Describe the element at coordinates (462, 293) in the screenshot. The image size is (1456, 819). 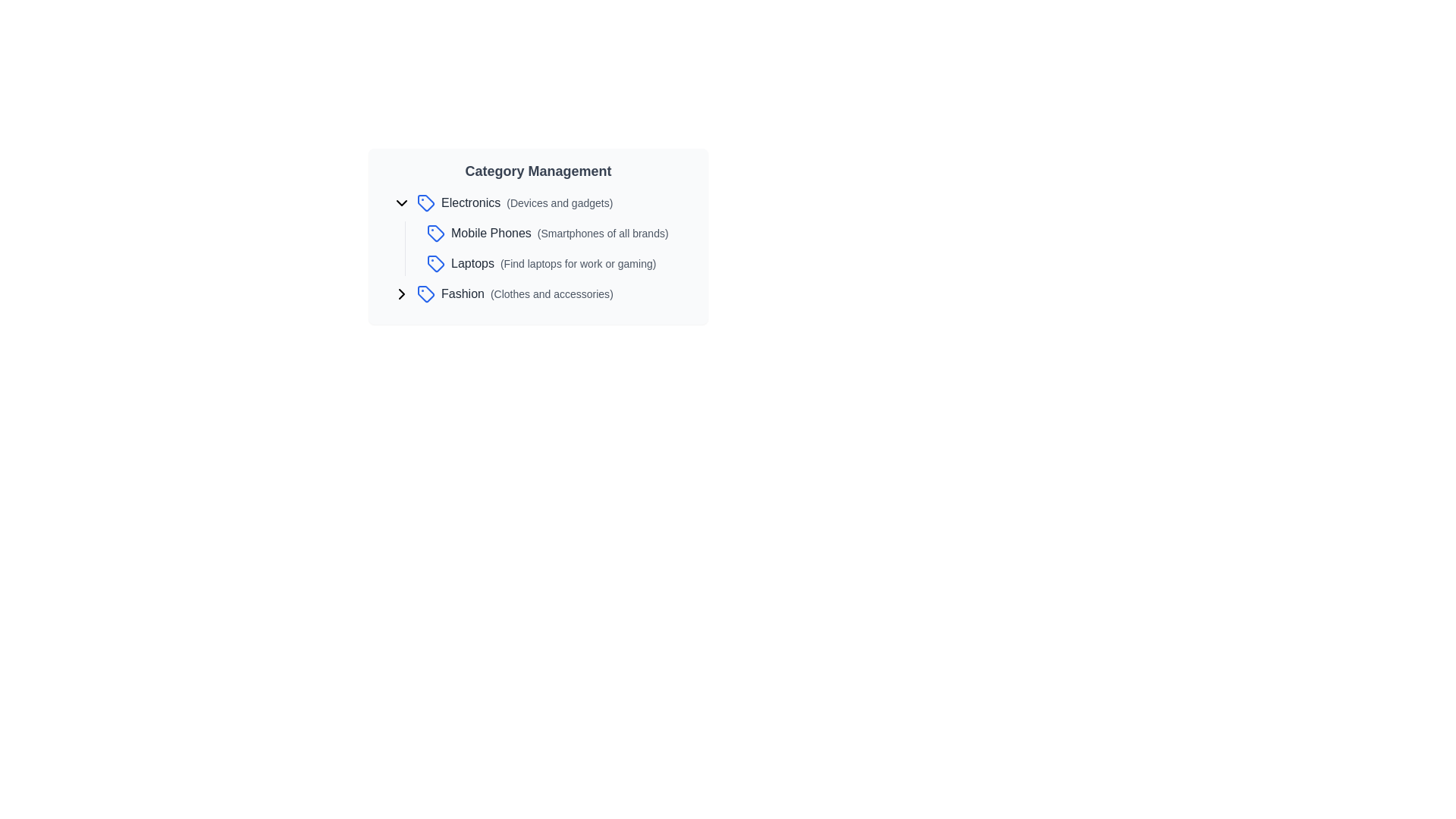
I see `the 'Fashion' category label, which serves as an indicator for the current category within a list of categories` at that location.